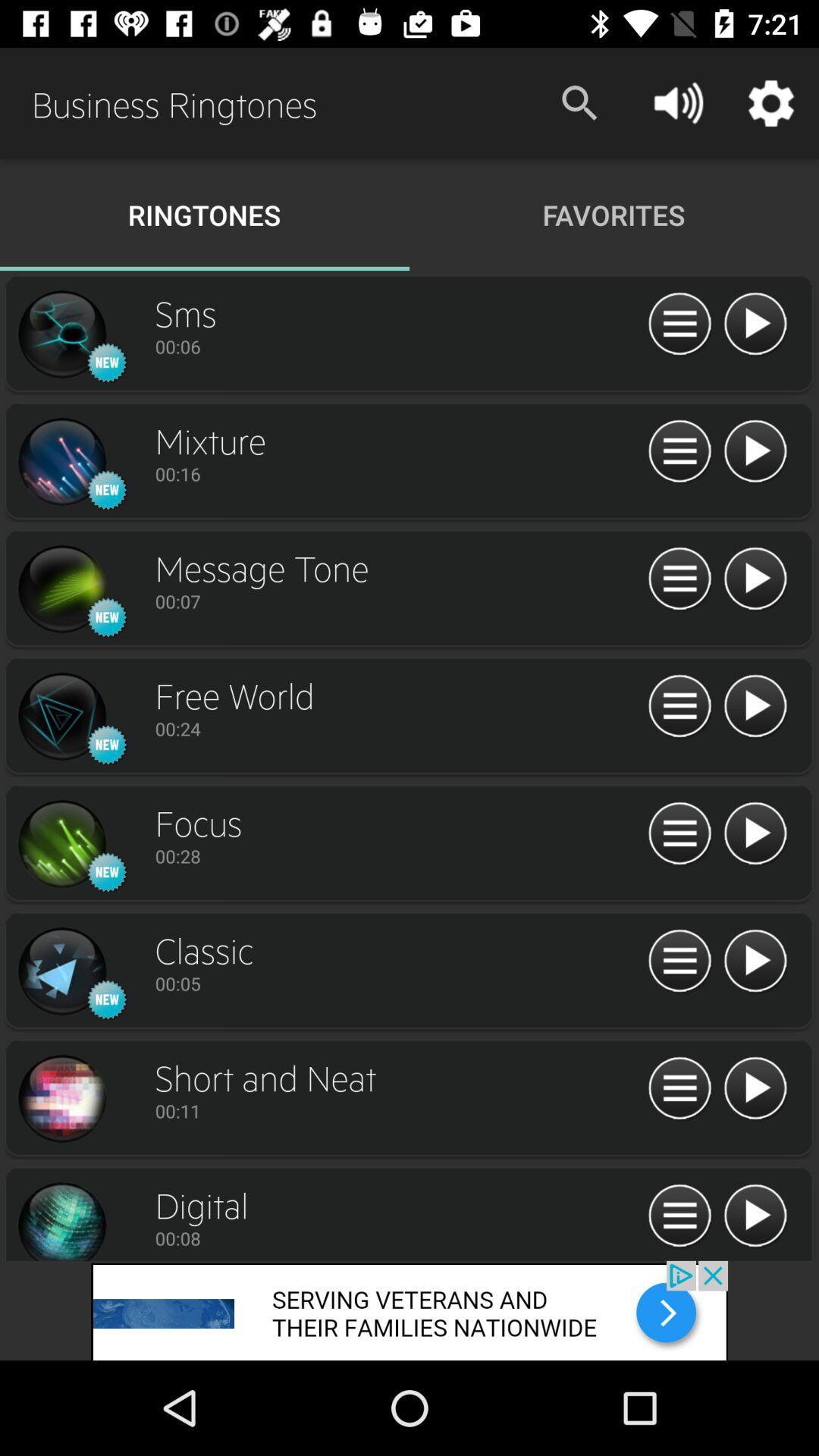 The image size is (819, 1456). I want to click on play, so click(755, 1088).